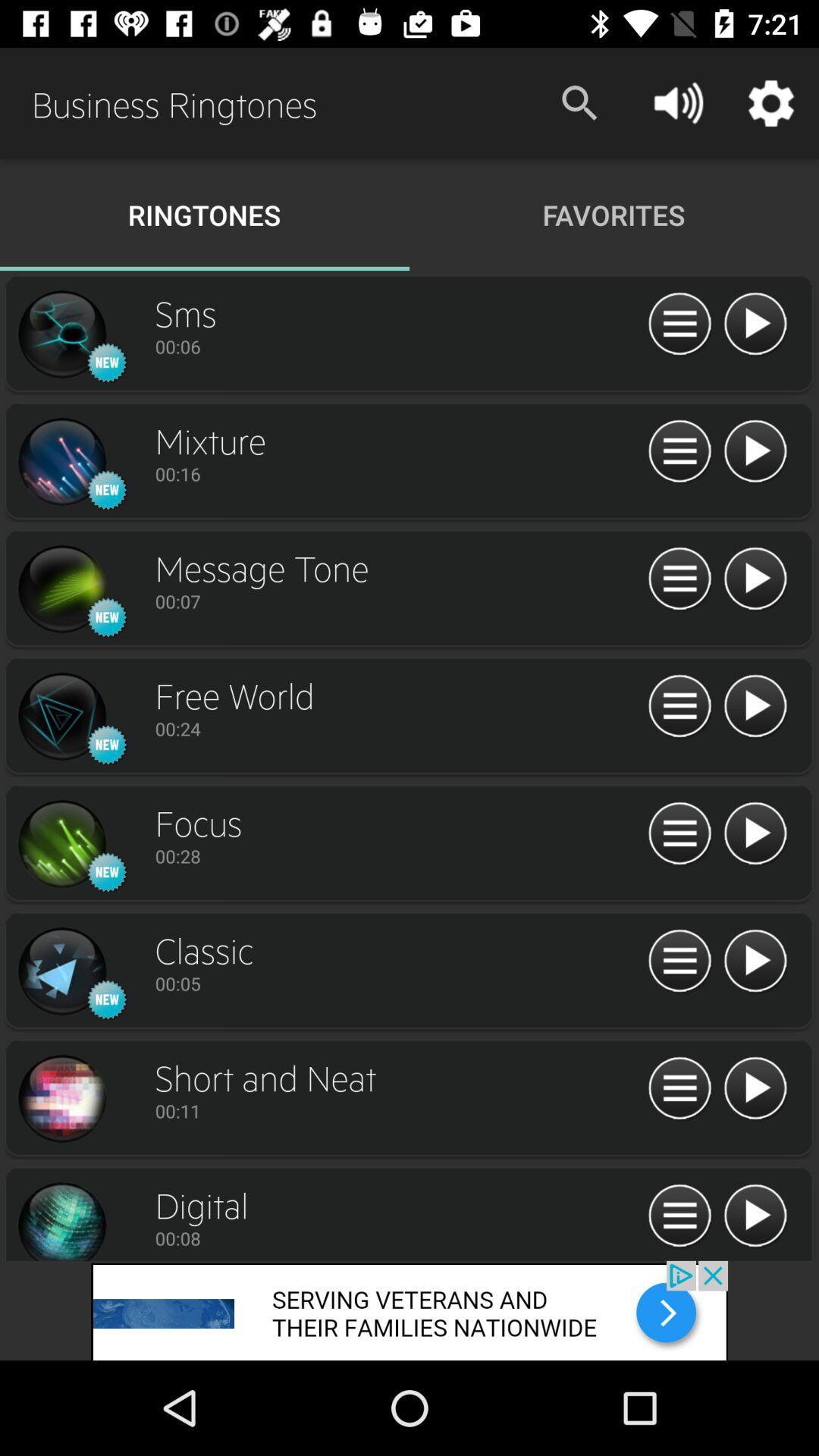 The image size is (819, 1456). I want to click on play, so click(755, 1088).